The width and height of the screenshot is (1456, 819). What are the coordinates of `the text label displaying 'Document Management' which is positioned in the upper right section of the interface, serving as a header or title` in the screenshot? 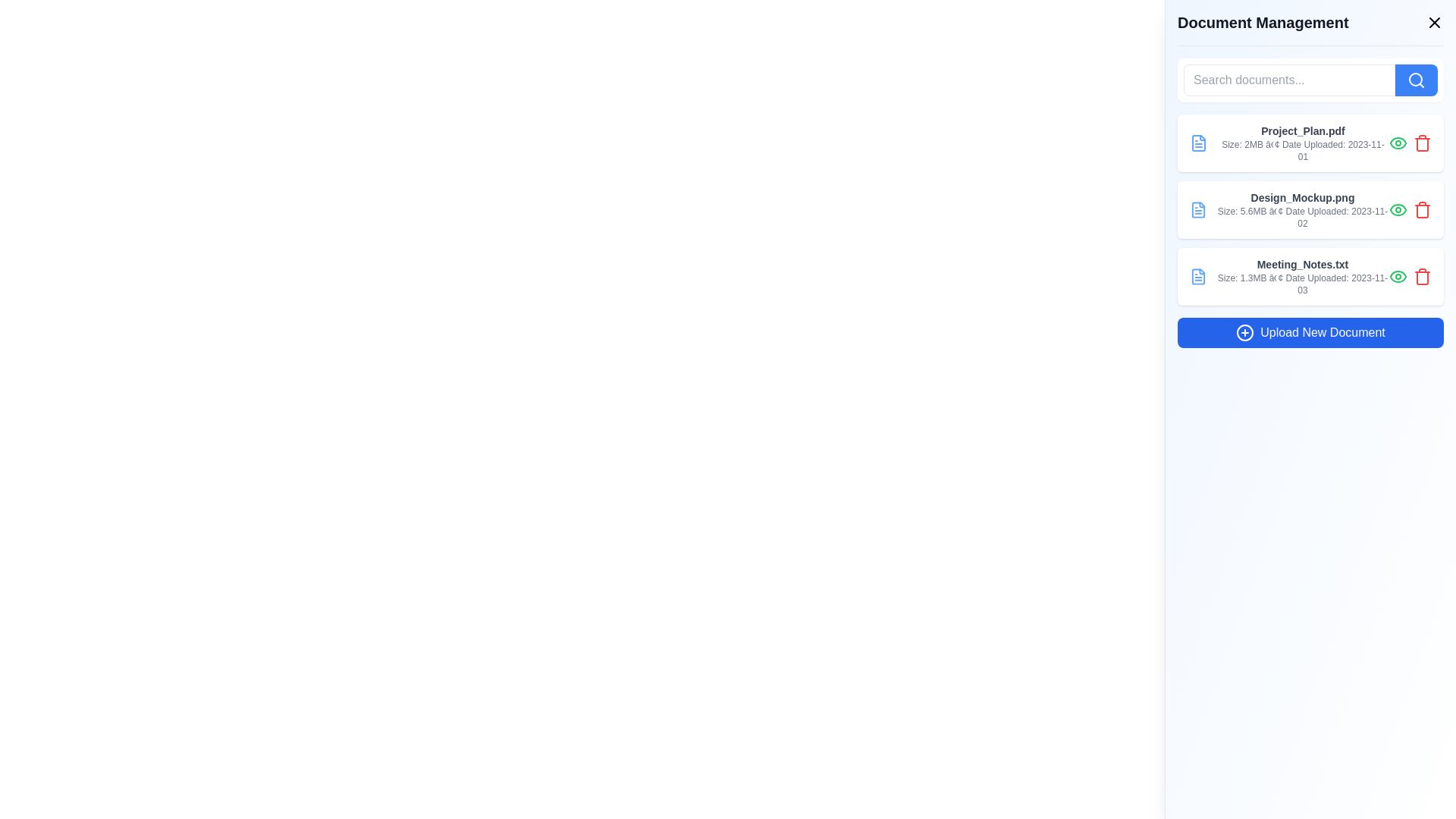 It's located at (1263, 23).